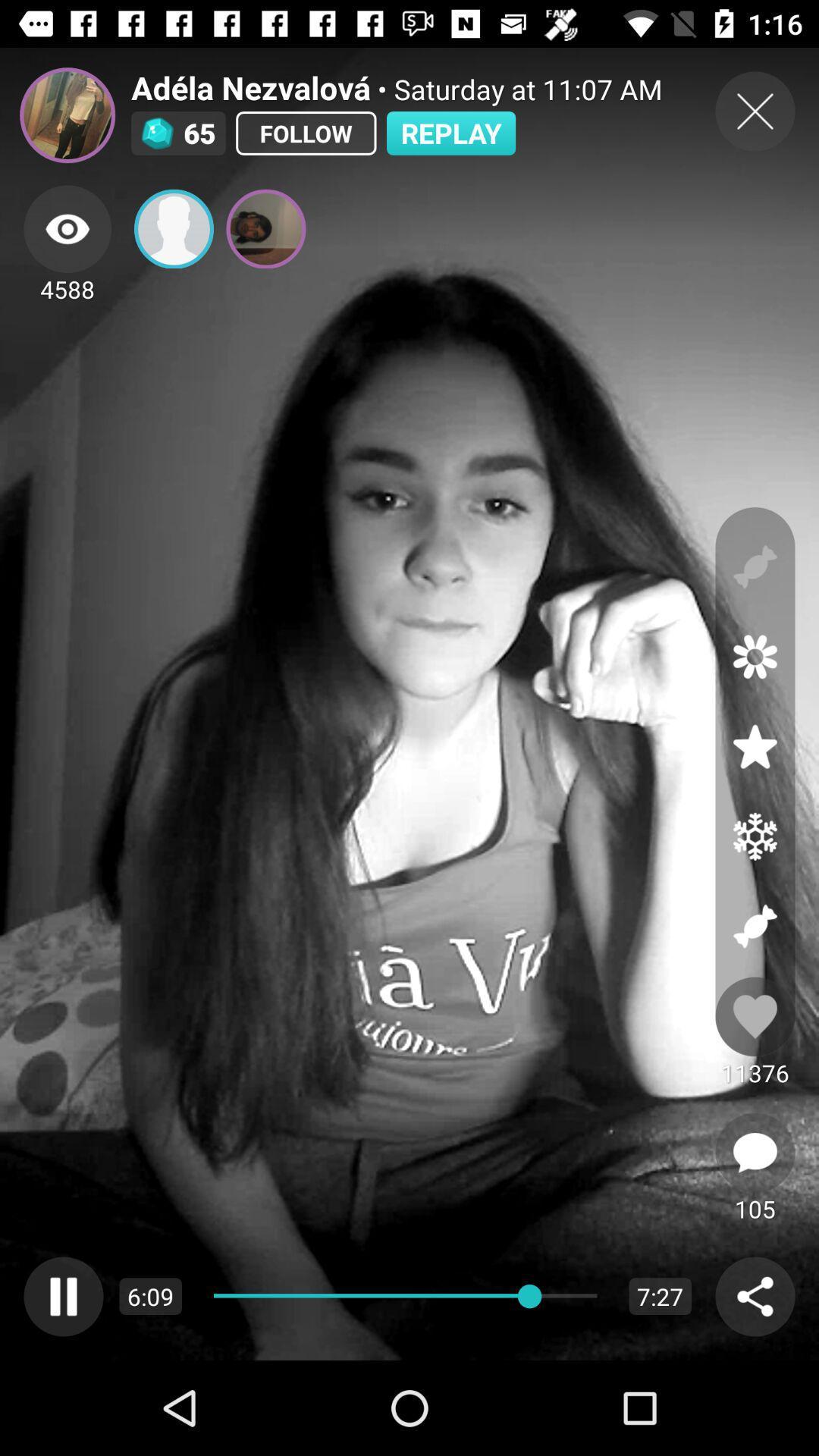 The height and width of the screenshot is (1456, 819). What do you see at coordinates (755, 657) in the screenshot?
I see `edit the photo` at bounding box center [755, 657].